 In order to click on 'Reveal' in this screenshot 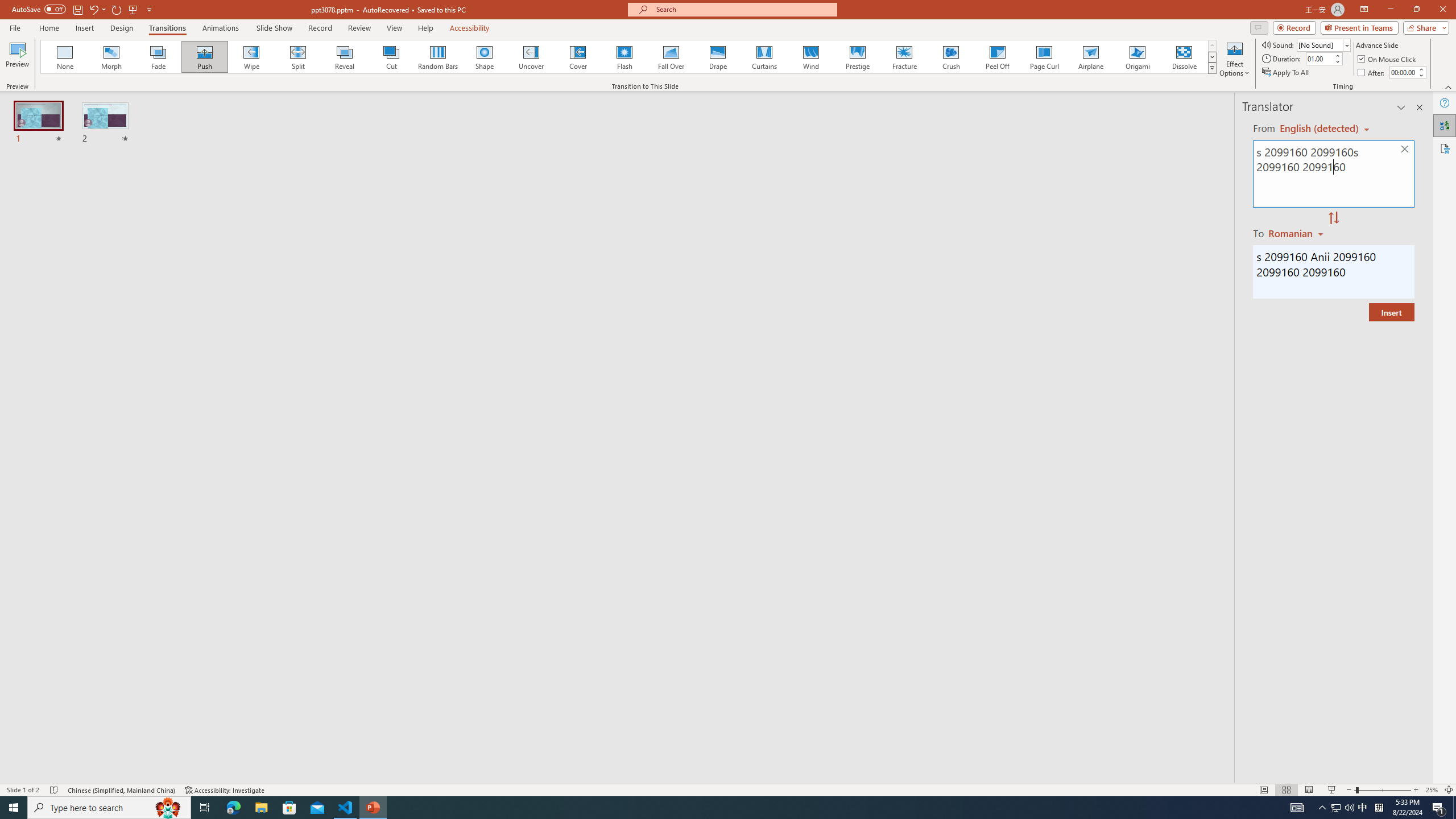, I will do `click(345, 56)`.